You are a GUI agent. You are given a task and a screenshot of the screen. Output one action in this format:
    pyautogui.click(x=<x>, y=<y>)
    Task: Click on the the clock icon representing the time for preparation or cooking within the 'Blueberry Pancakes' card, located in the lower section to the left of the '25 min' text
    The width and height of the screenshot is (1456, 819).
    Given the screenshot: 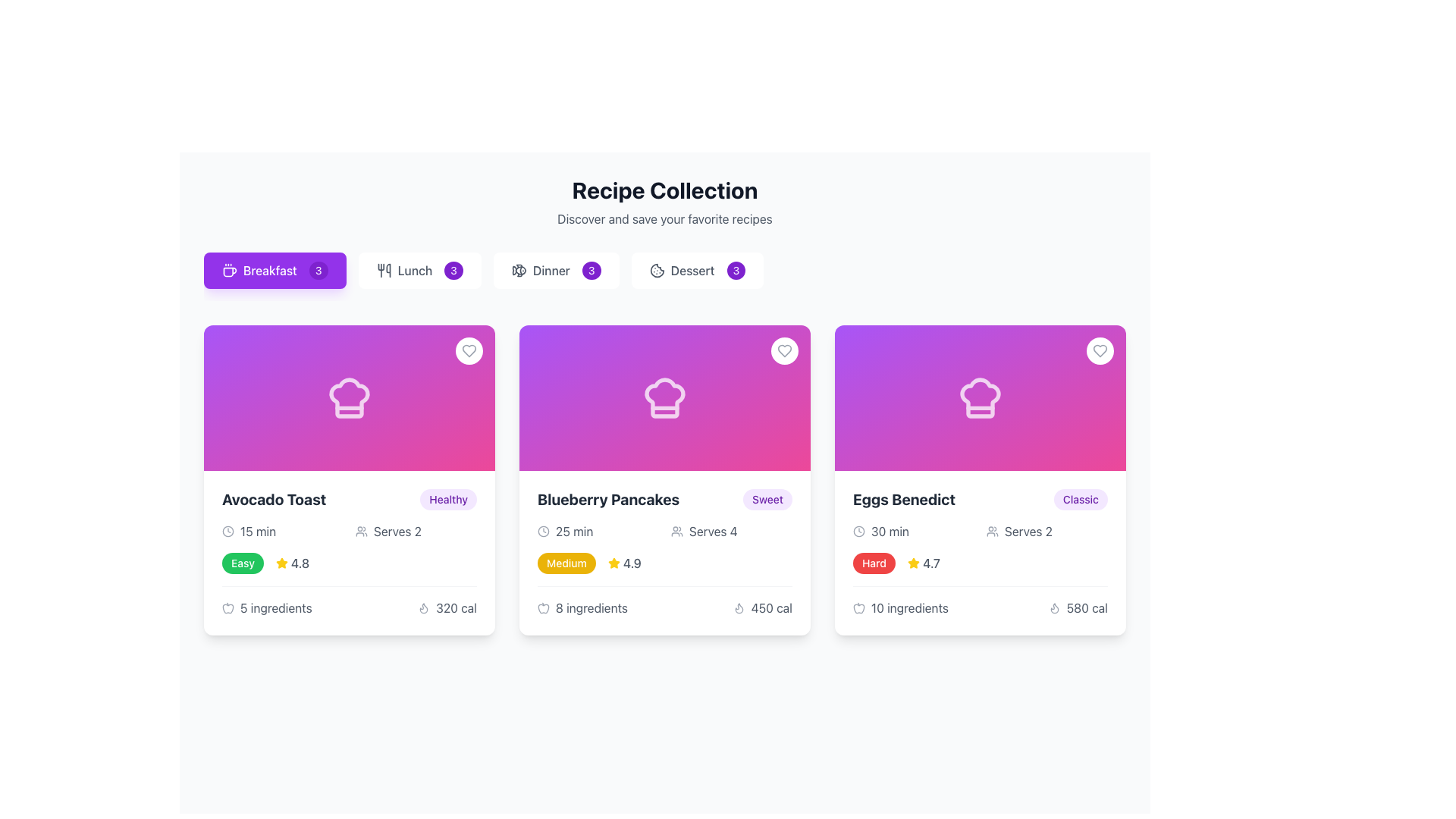 What is the action you would take?
    pyautogui.click(x=543, y=531)
    